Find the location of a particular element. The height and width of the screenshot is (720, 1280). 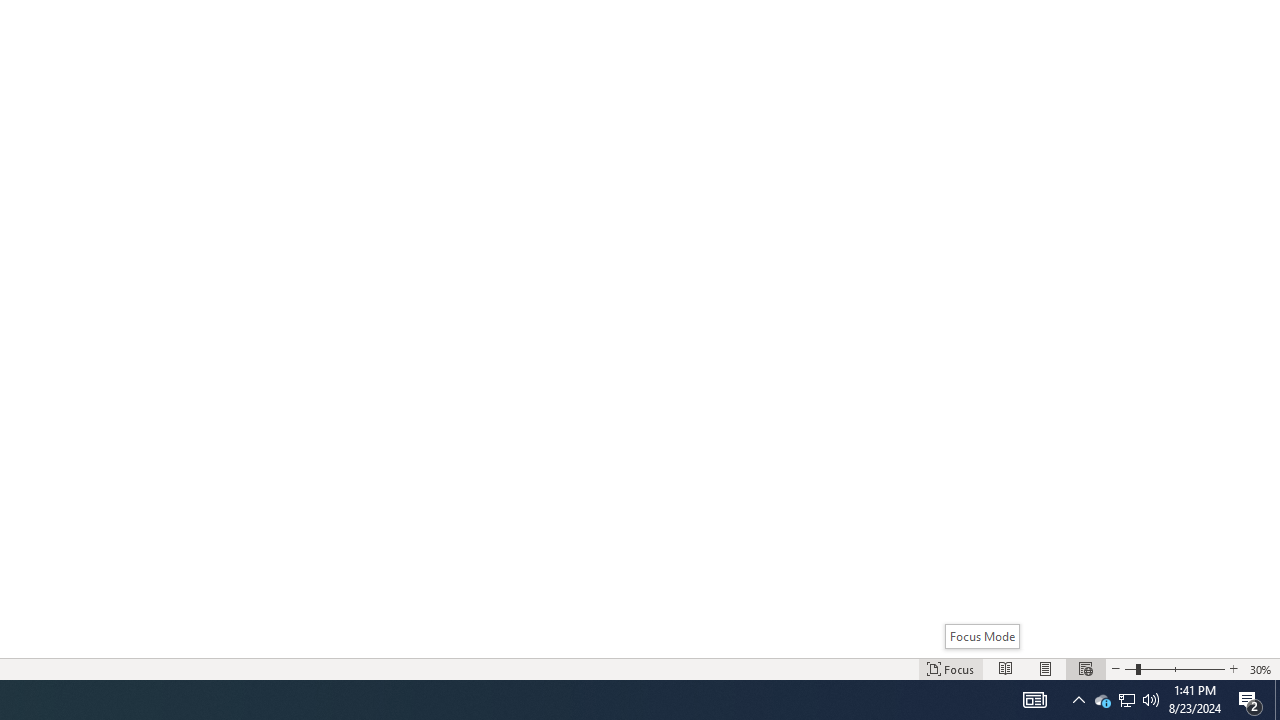

'Focus Mode' is located at coordinates (982, 636).